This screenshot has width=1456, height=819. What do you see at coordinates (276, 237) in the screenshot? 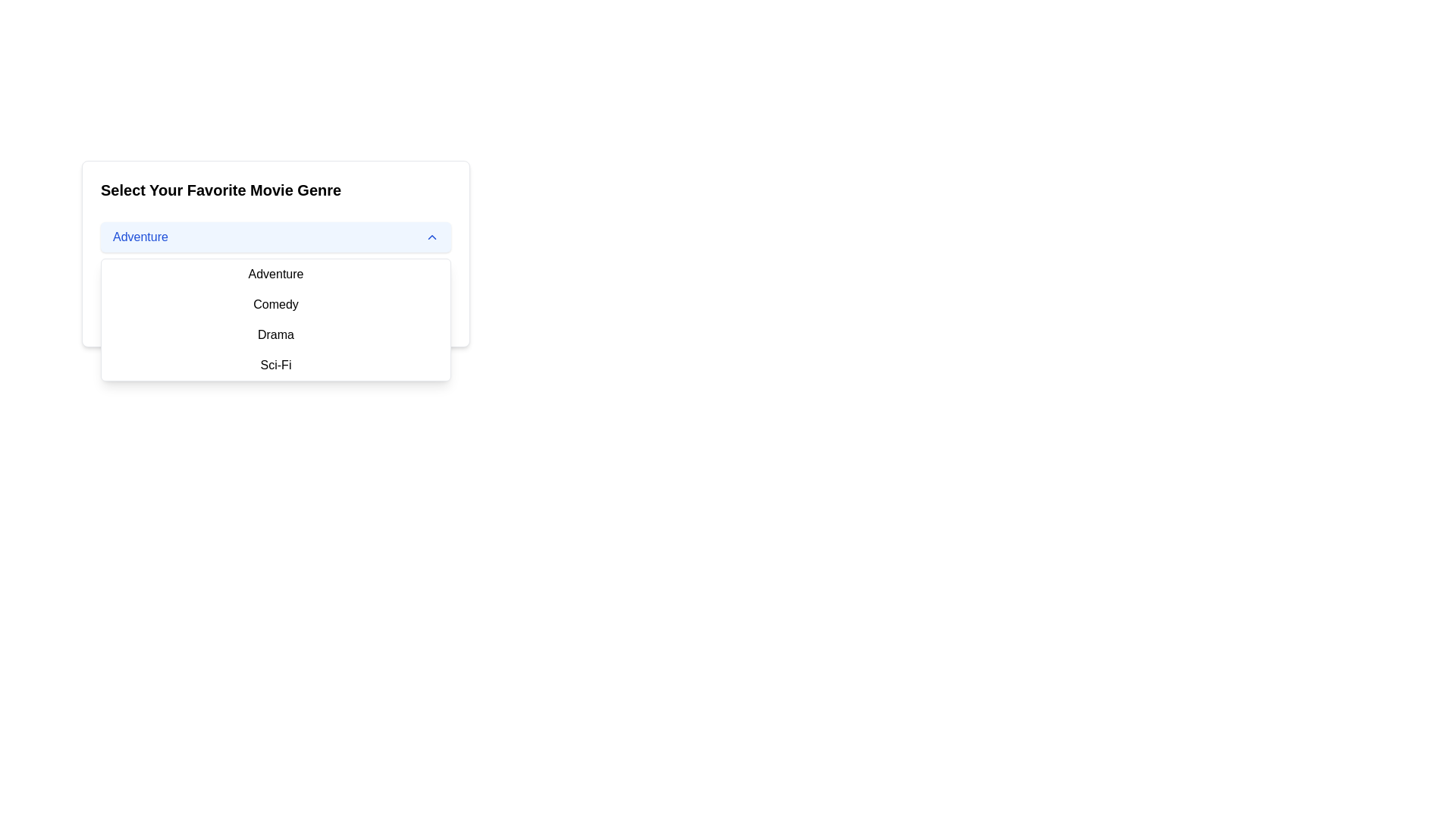
I see `the Dropdown menu located in the middle of the white card titled 'Select Your Favorite Movie Genre'` at bounding box center [276, 237].